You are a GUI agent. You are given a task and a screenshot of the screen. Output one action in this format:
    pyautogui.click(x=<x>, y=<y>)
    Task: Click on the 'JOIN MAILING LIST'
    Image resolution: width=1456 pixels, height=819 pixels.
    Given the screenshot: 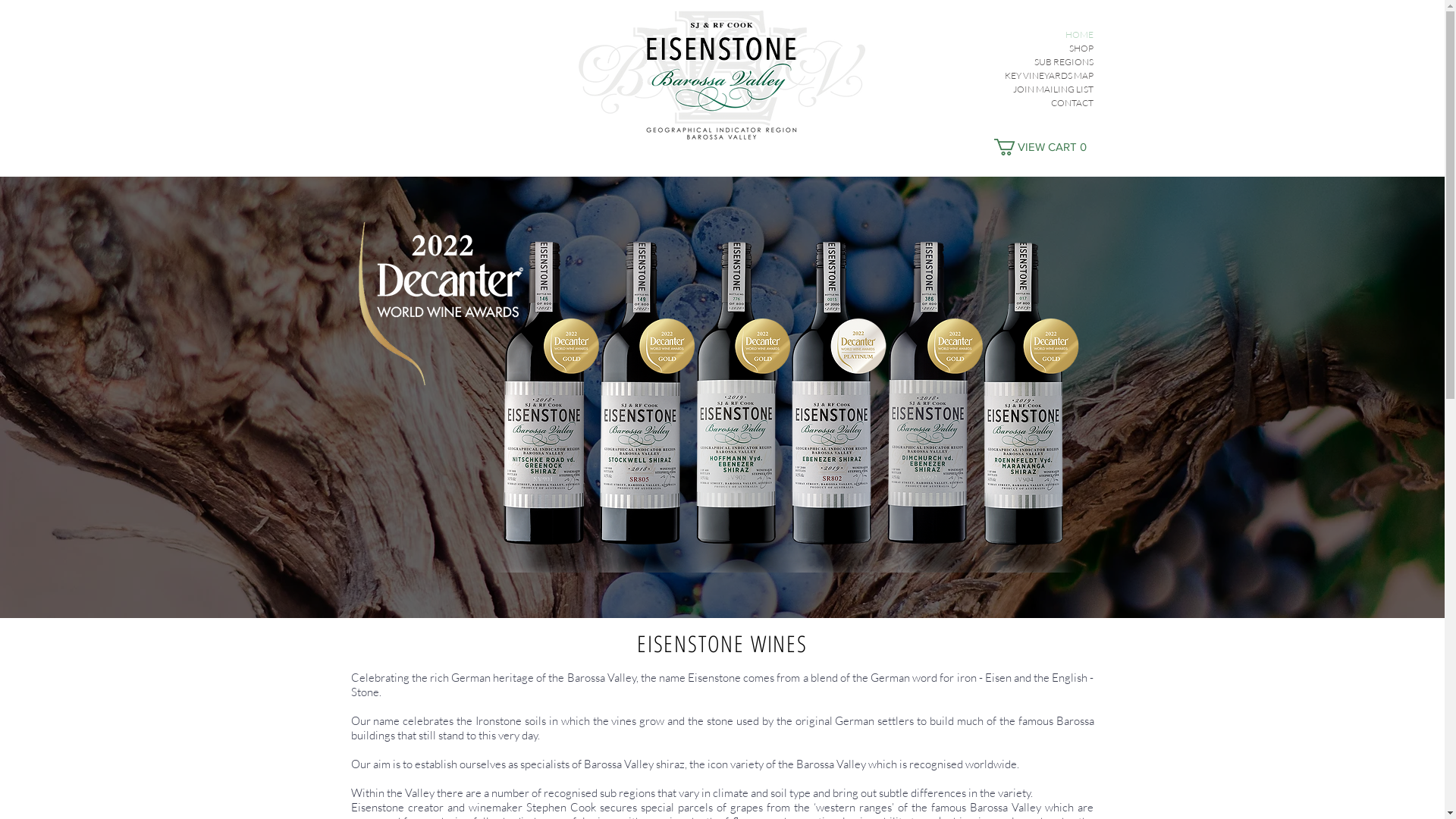 What is the action you would take?
    pyautogui.click(x=979, y=89)
    